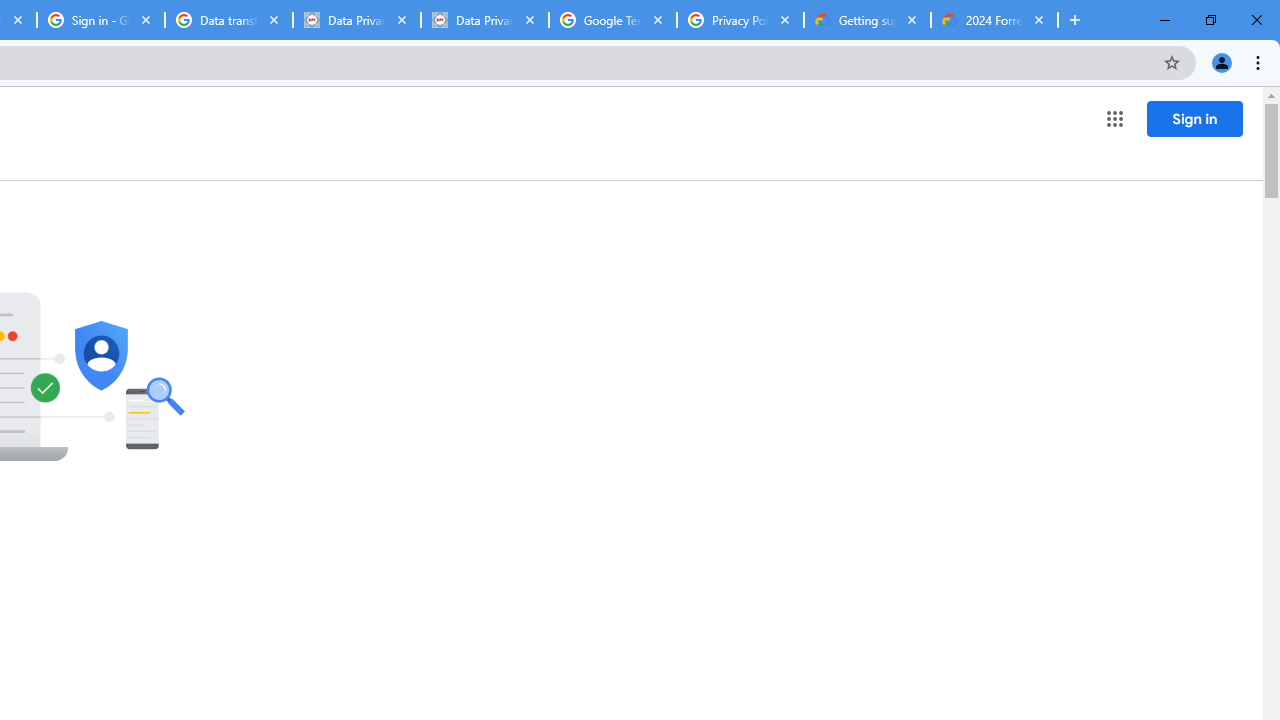 Image resolution: width=1280 pixels, height=720 pixels. Describe the element at coordinates (1259, 61) in the screenshot. I see `'Chrome'` at that location.